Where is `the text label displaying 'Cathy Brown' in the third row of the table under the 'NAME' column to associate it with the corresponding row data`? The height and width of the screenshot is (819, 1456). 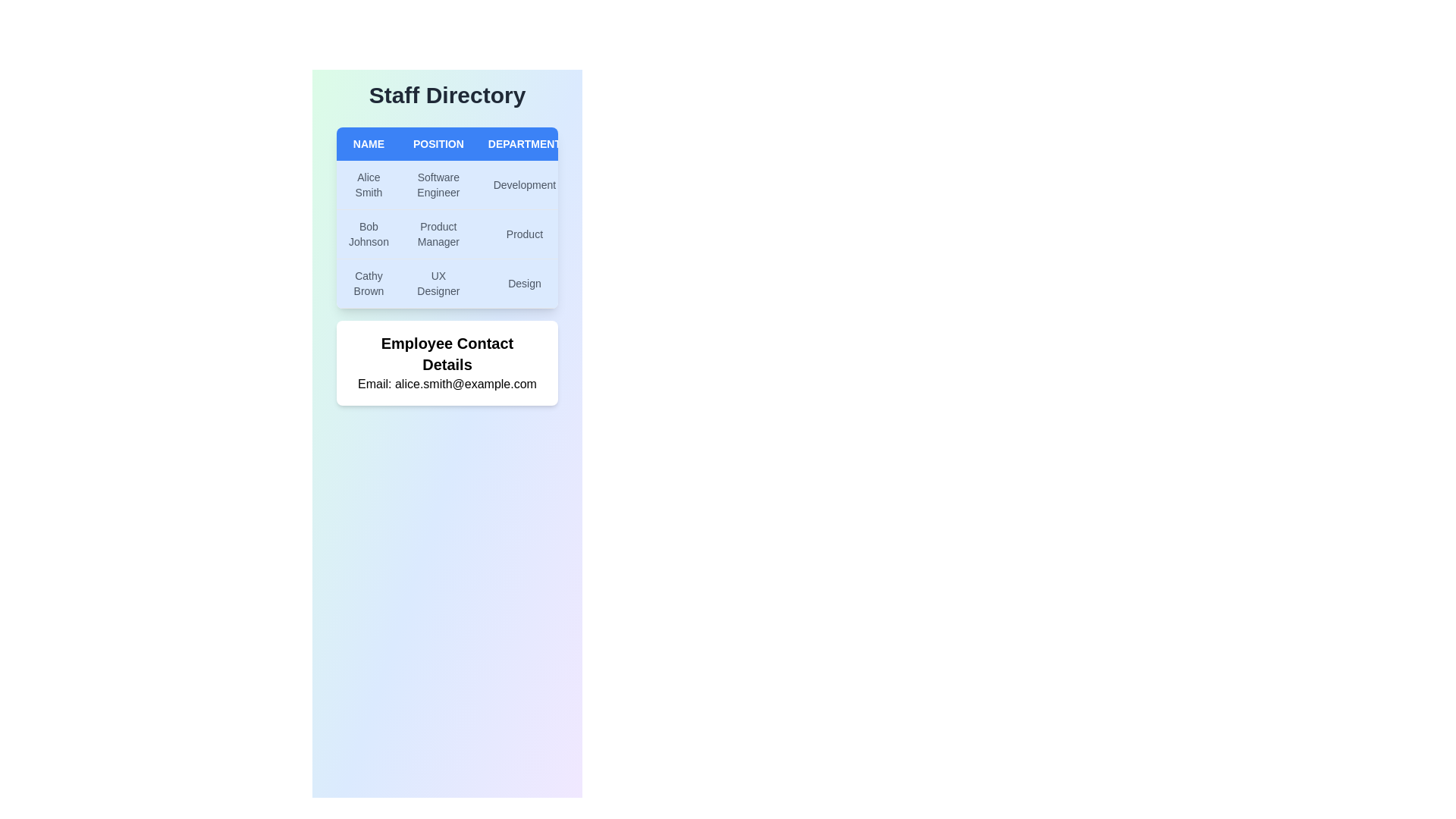
the text label displaying 'Cathy Brown' in the third row of the table under the 'NAME' column to associate it with the corresponding row data is located at coordinates (369, 284).